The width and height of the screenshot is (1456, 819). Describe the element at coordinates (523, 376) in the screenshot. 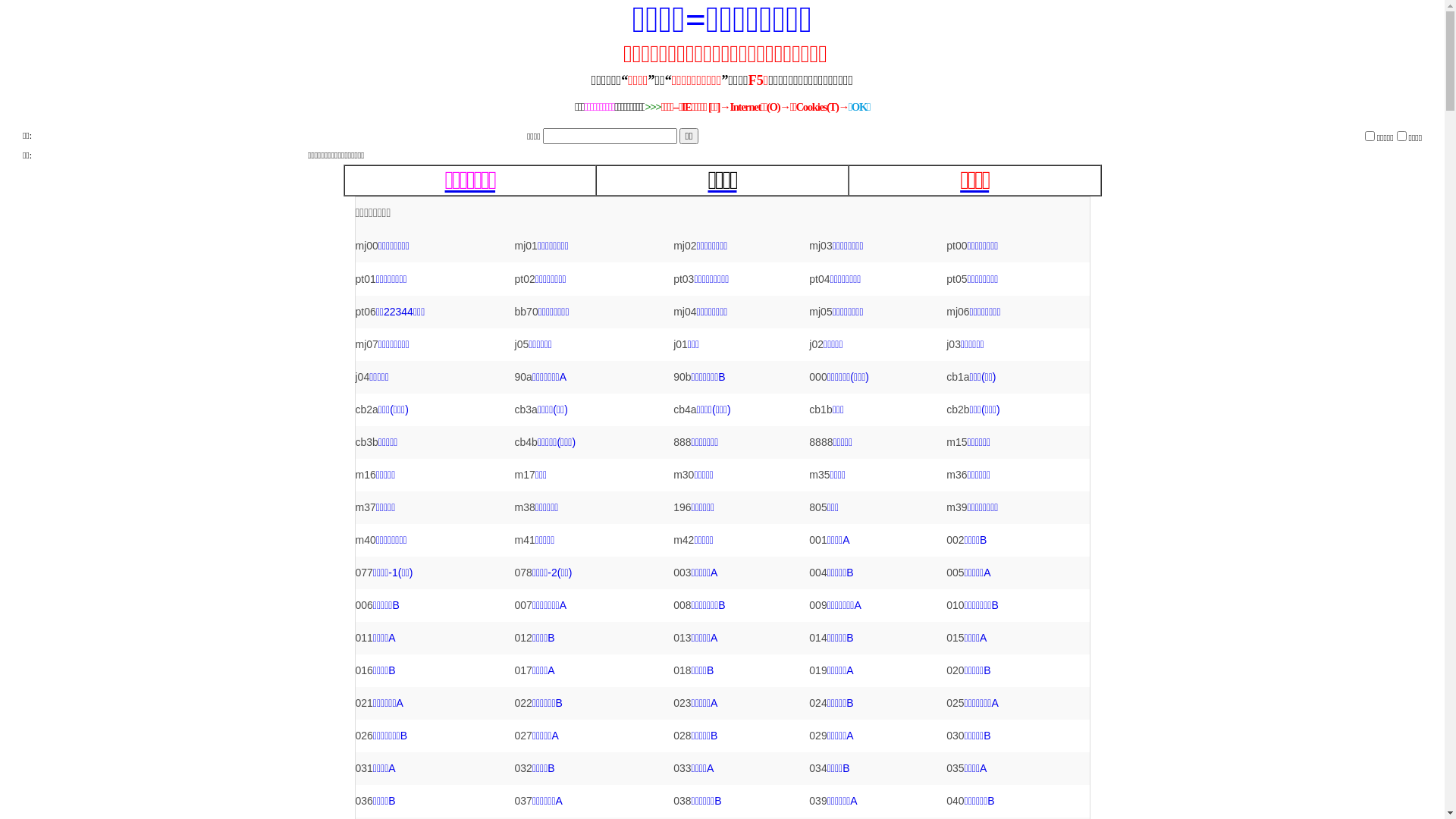

I see `'90a'` at that location.